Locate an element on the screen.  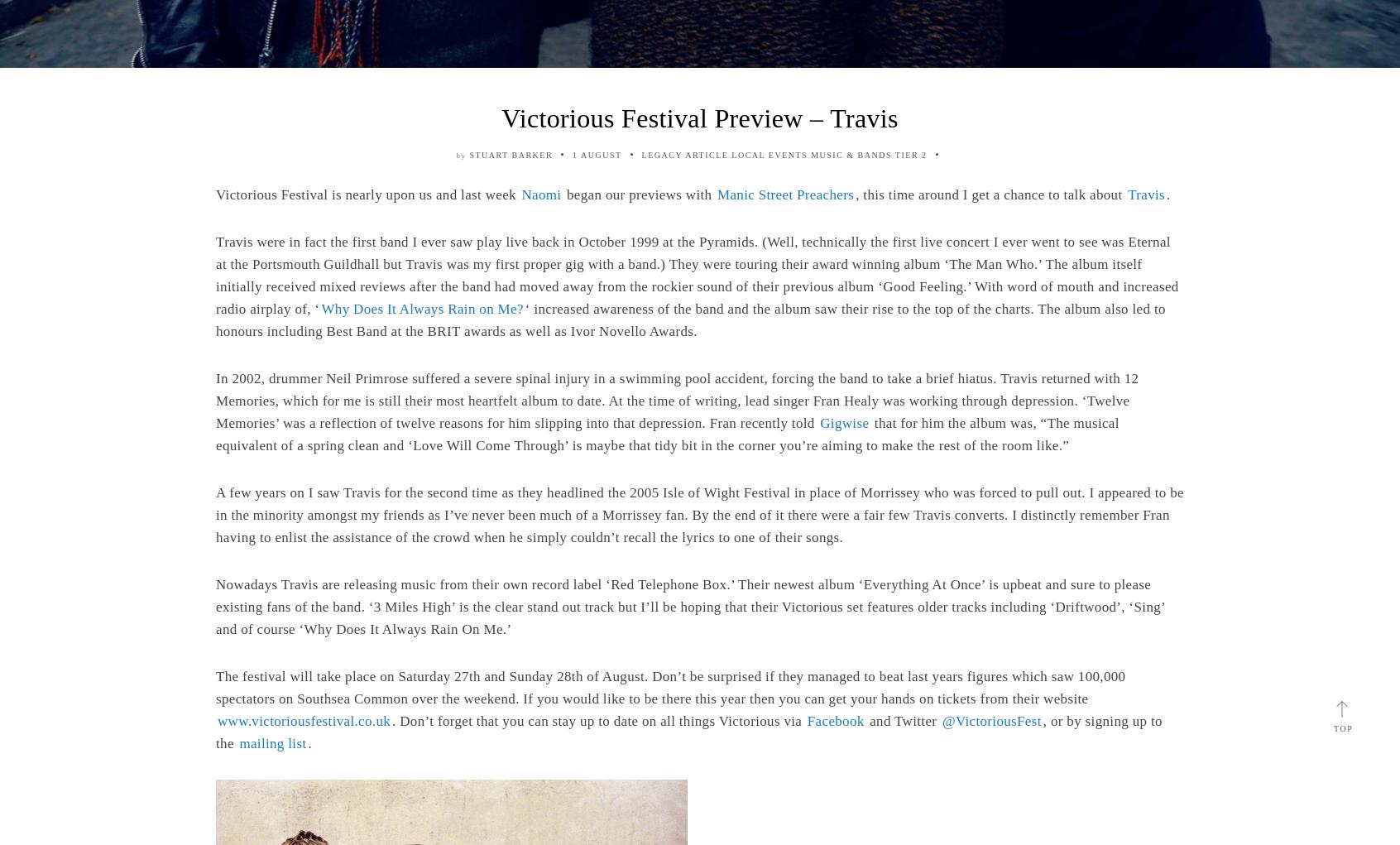
'Legacy Article' is located at coordinates (684, 154).